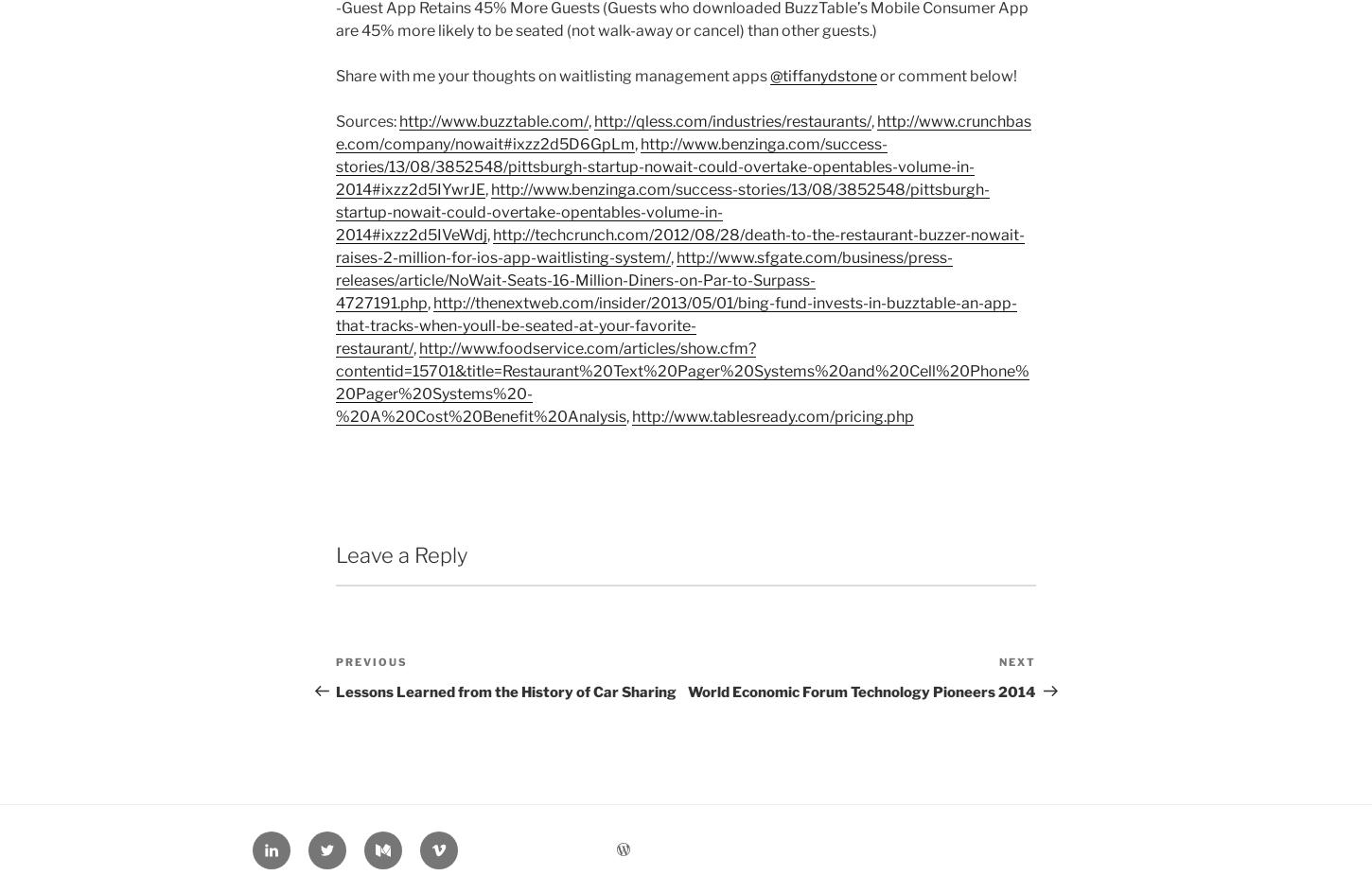 Image resolution: width=1372 pixels, height=893 pixels. What do you see at coordinates (643, 279) in the screenshot?
I see `'http://www.sfgate.com/business/press-releases/article/NoWait-Seats-16-Million-Diners-on-Par-to-Surpass-4727191.php'` at bounding box center [643, 279].